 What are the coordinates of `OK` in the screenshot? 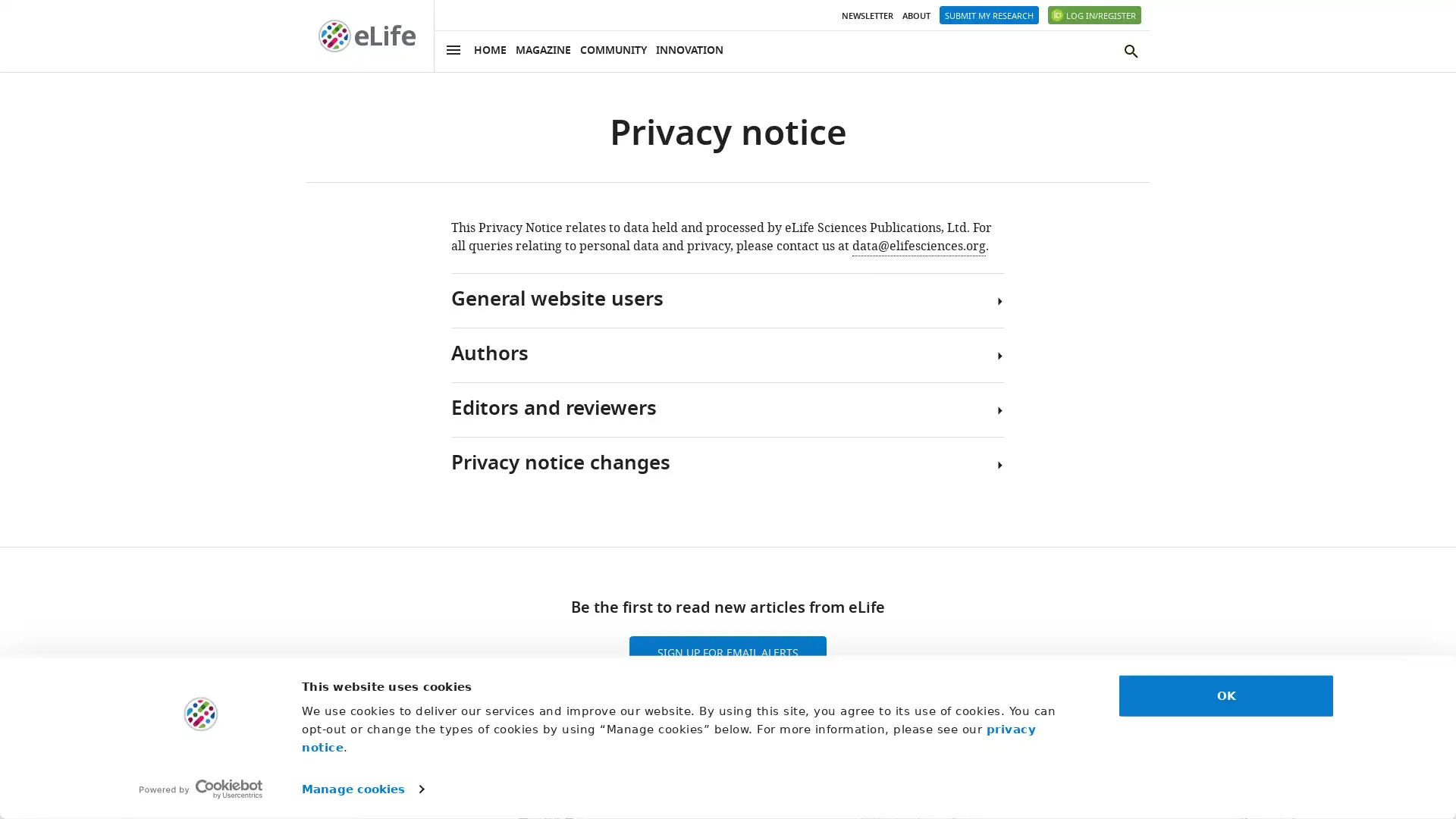 It's located at (1226, 695).